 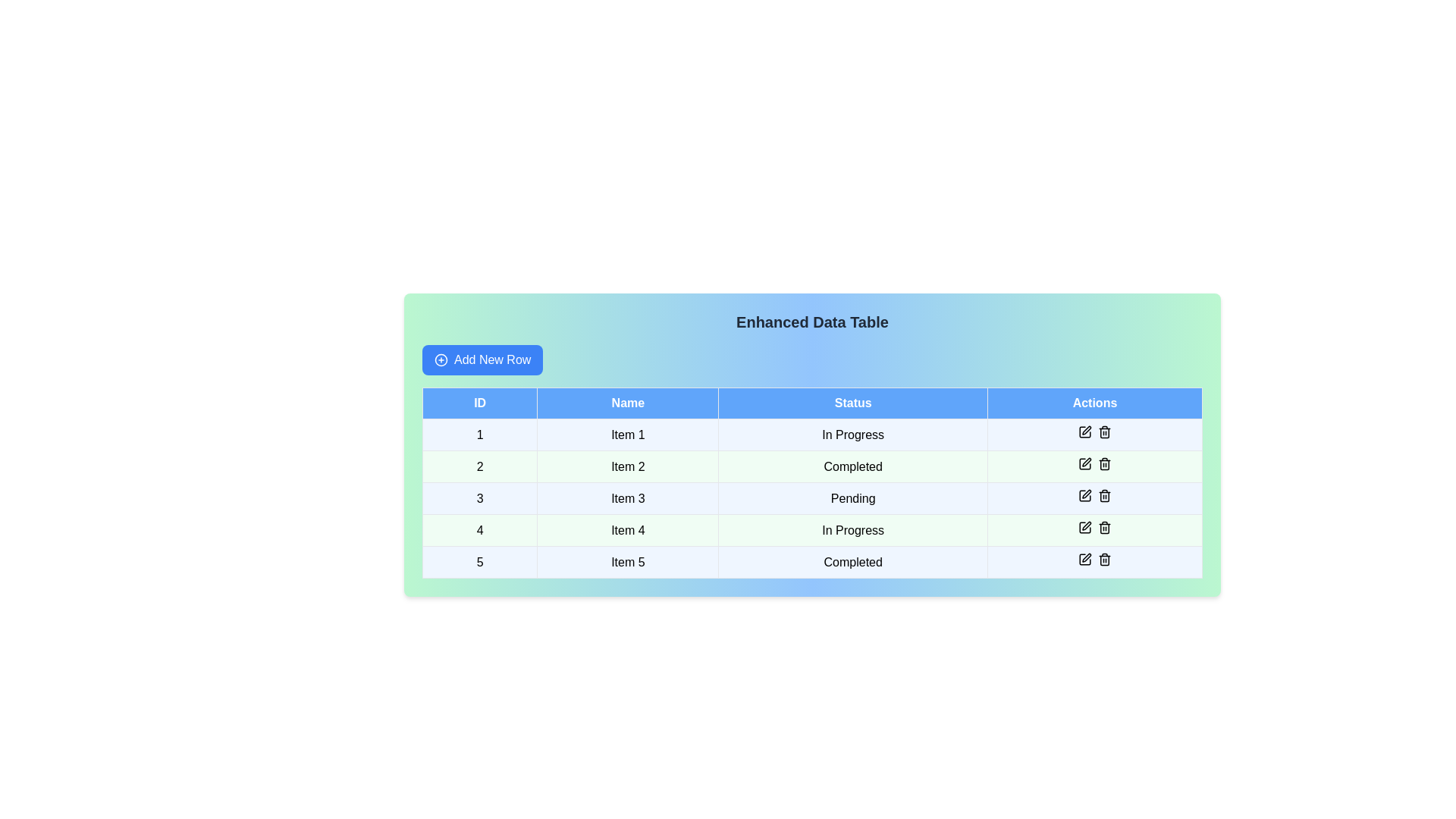 I want to click on the 'Pending' text label in the third row of the 'Status' column of the data table, which is located between the 'Name' and 'Actions' columns, so click(x=853, y=498).